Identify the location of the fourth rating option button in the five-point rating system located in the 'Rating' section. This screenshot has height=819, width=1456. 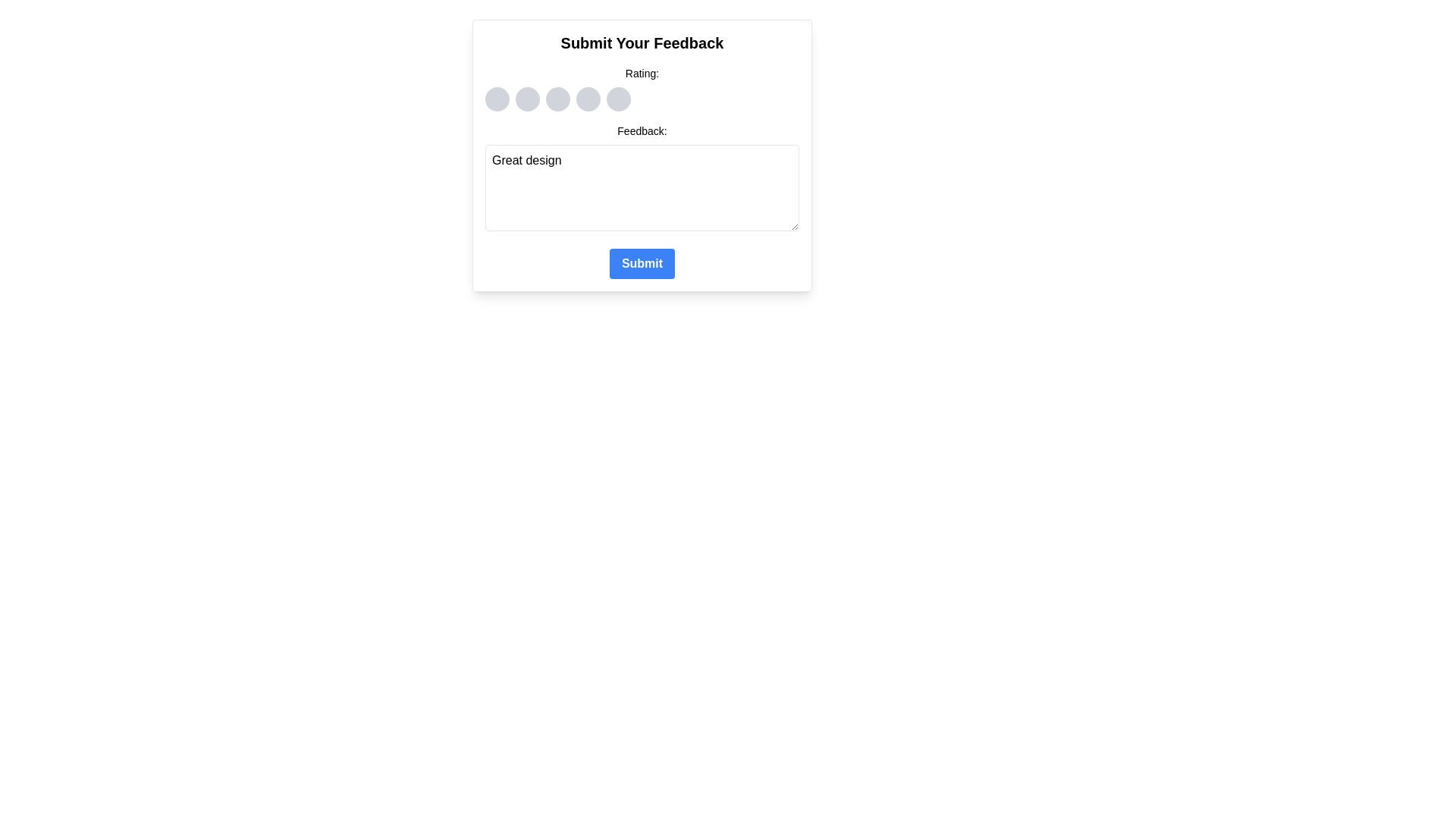
(588, 99).